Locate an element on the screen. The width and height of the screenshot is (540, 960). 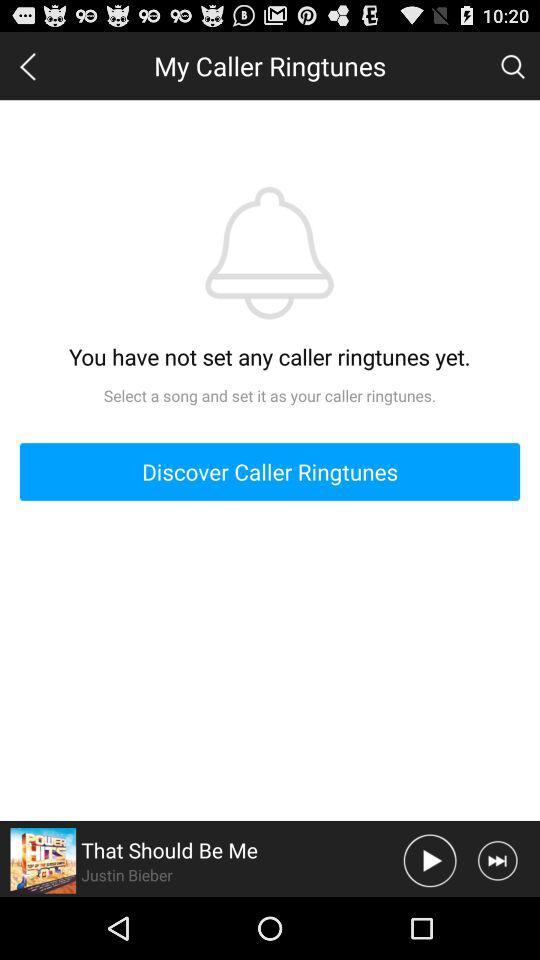
movie is located at coordinates (429, 859).